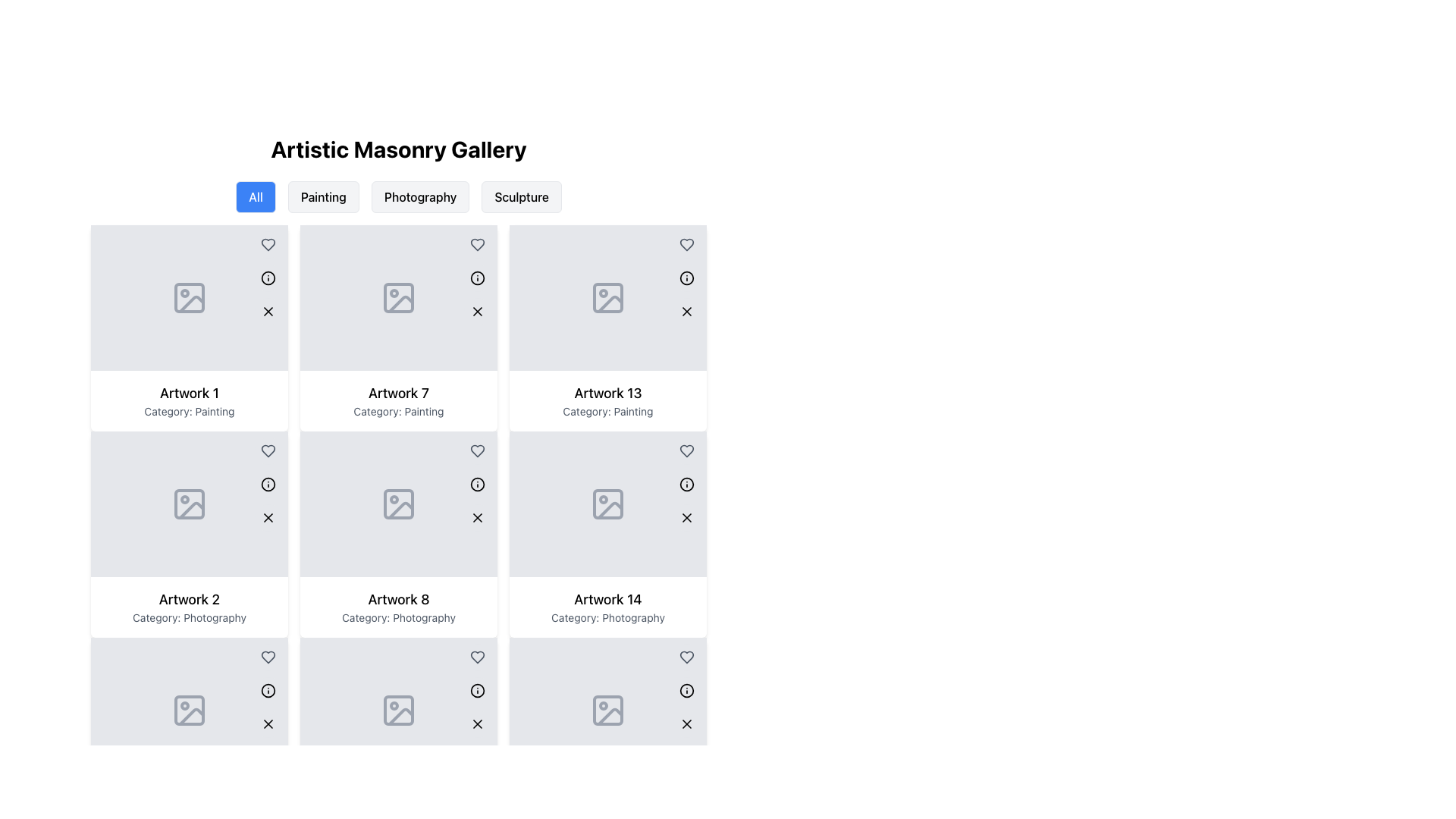 Image resolution: width=1456 pixels, height=819 pixels. Describe the element at coordinates (268, 278) in the screenshot. I see `the information icon located in the top-right area of the 'Artwork 1' card` at that location.